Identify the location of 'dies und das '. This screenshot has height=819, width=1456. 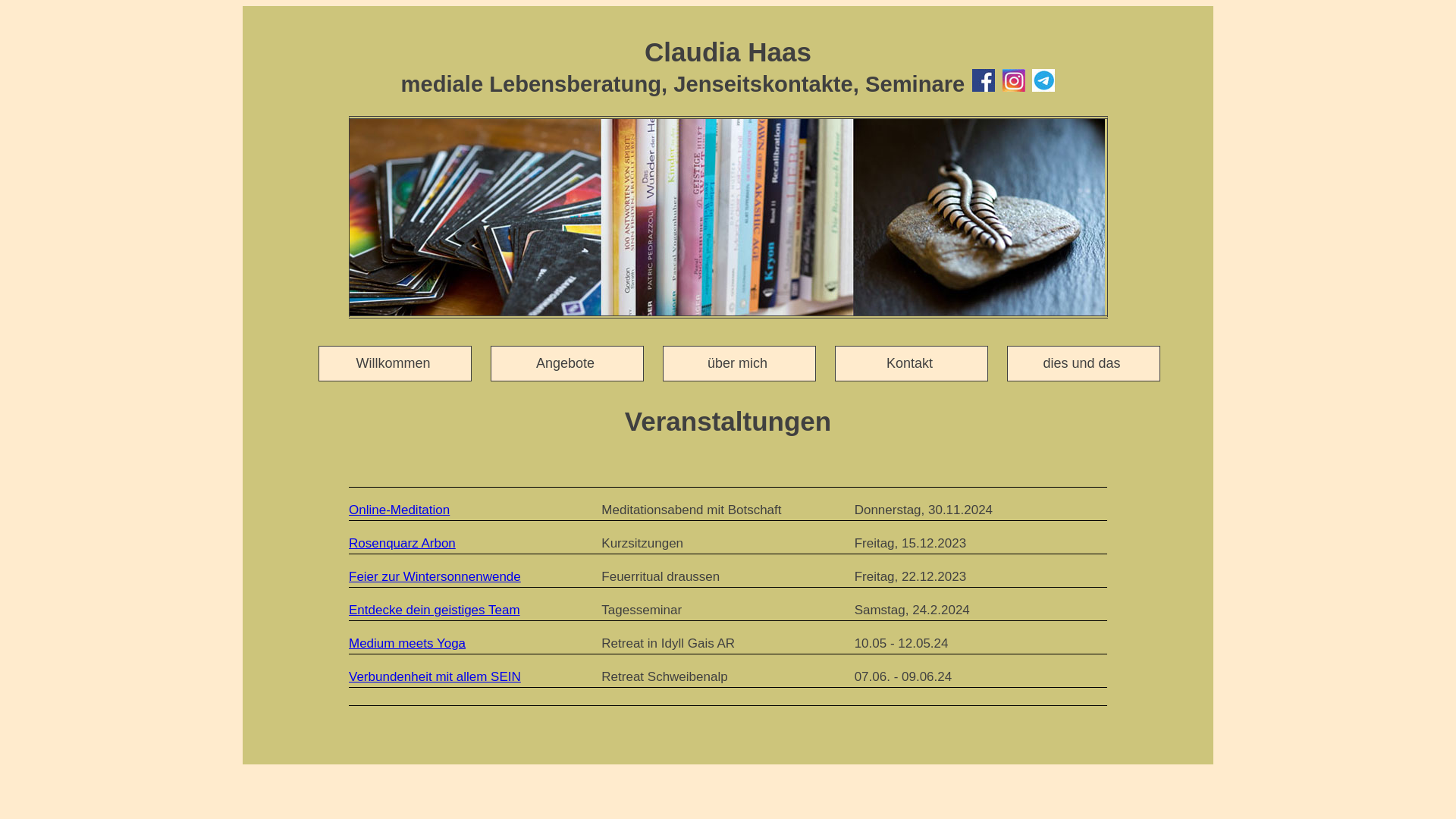
(1083, 363).